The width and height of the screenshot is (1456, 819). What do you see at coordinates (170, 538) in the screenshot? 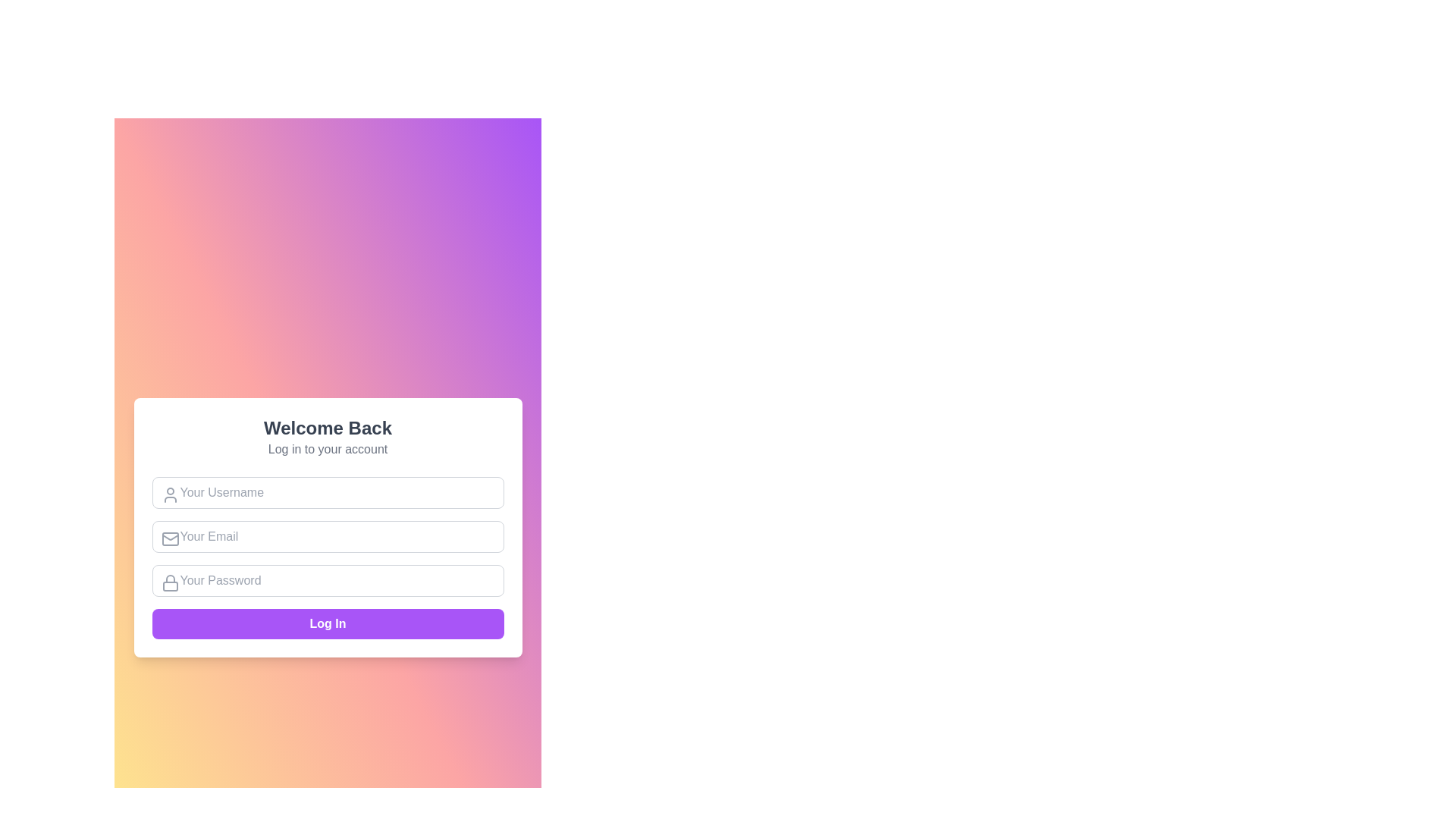
I see `the decorative SVG rectangle that is part of the mail icon, located in the left segment of the email input field labeled 'Your Email'` at bounding box center [170, 538].